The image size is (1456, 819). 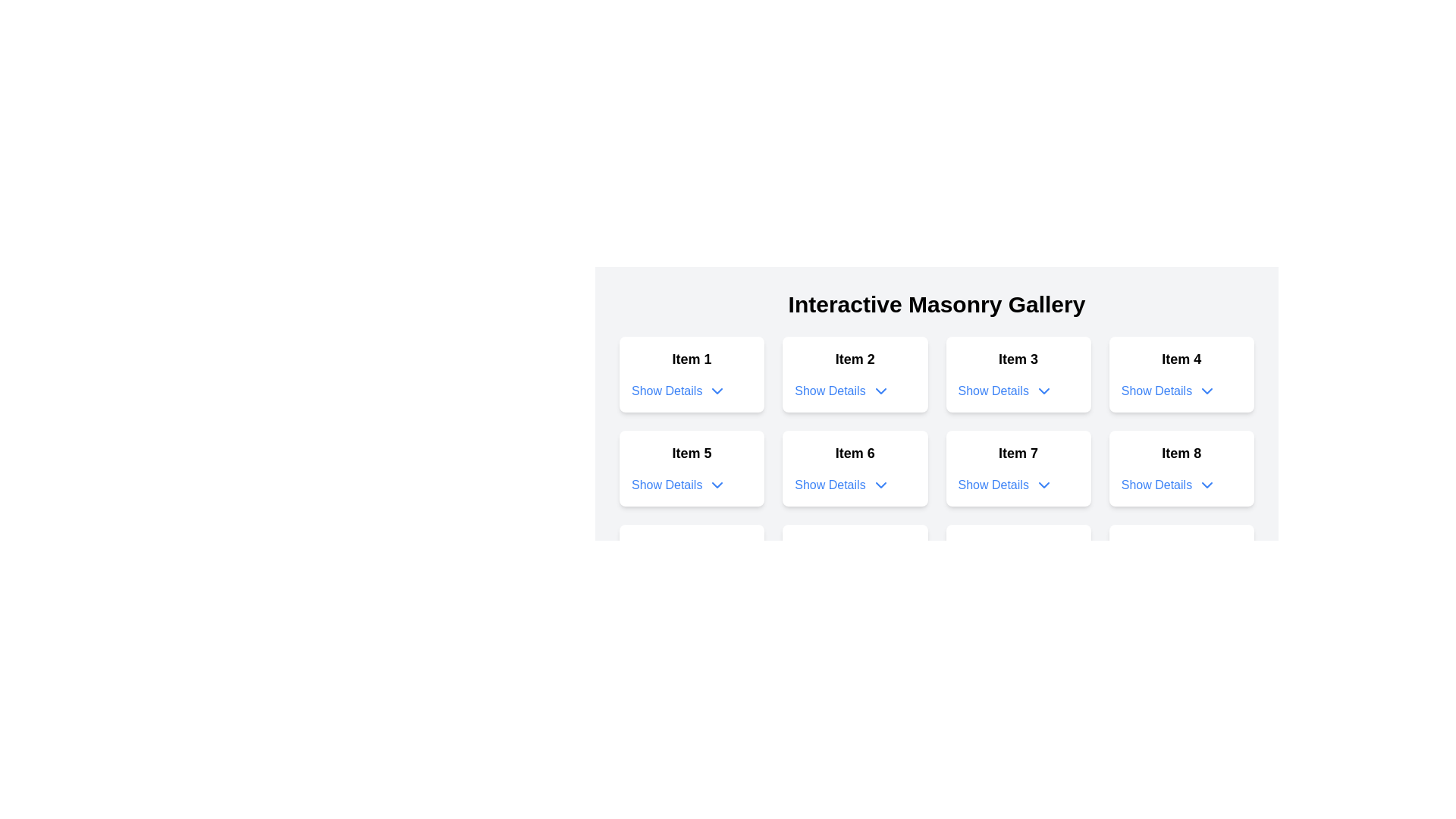 What do you see at coordinates (1018, 374) in the screenshot?
I see `the 'Show Details' link on the Card located in the third position of the first row` at bounding box center [1018, 374].